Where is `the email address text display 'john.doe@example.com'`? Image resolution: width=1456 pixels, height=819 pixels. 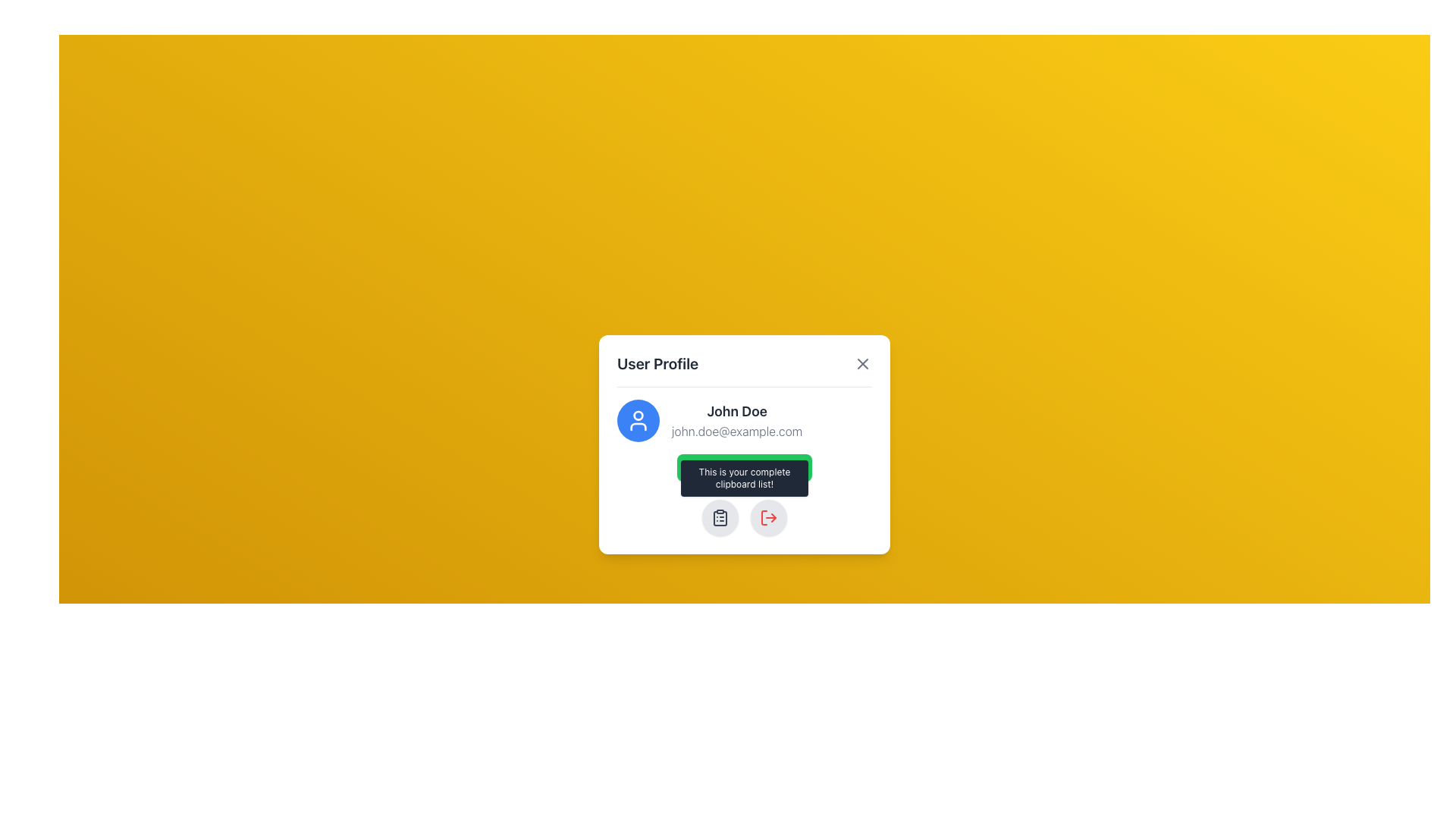
the email address text display 'john.doe@example.com' is located at coordinates (737, 431).